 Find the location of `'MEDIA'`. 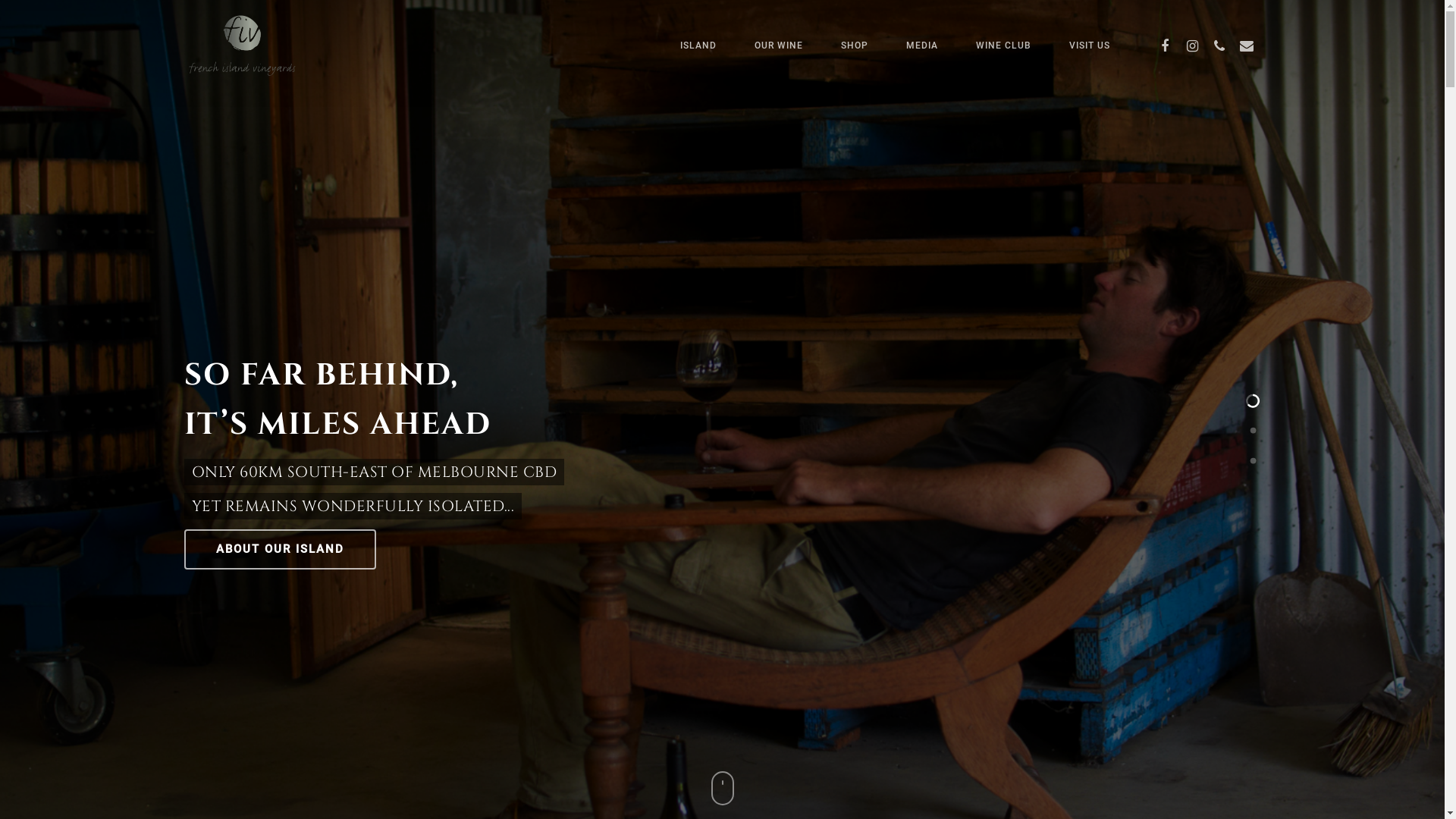

'MEDIA' is located at coordinates (921, 45).